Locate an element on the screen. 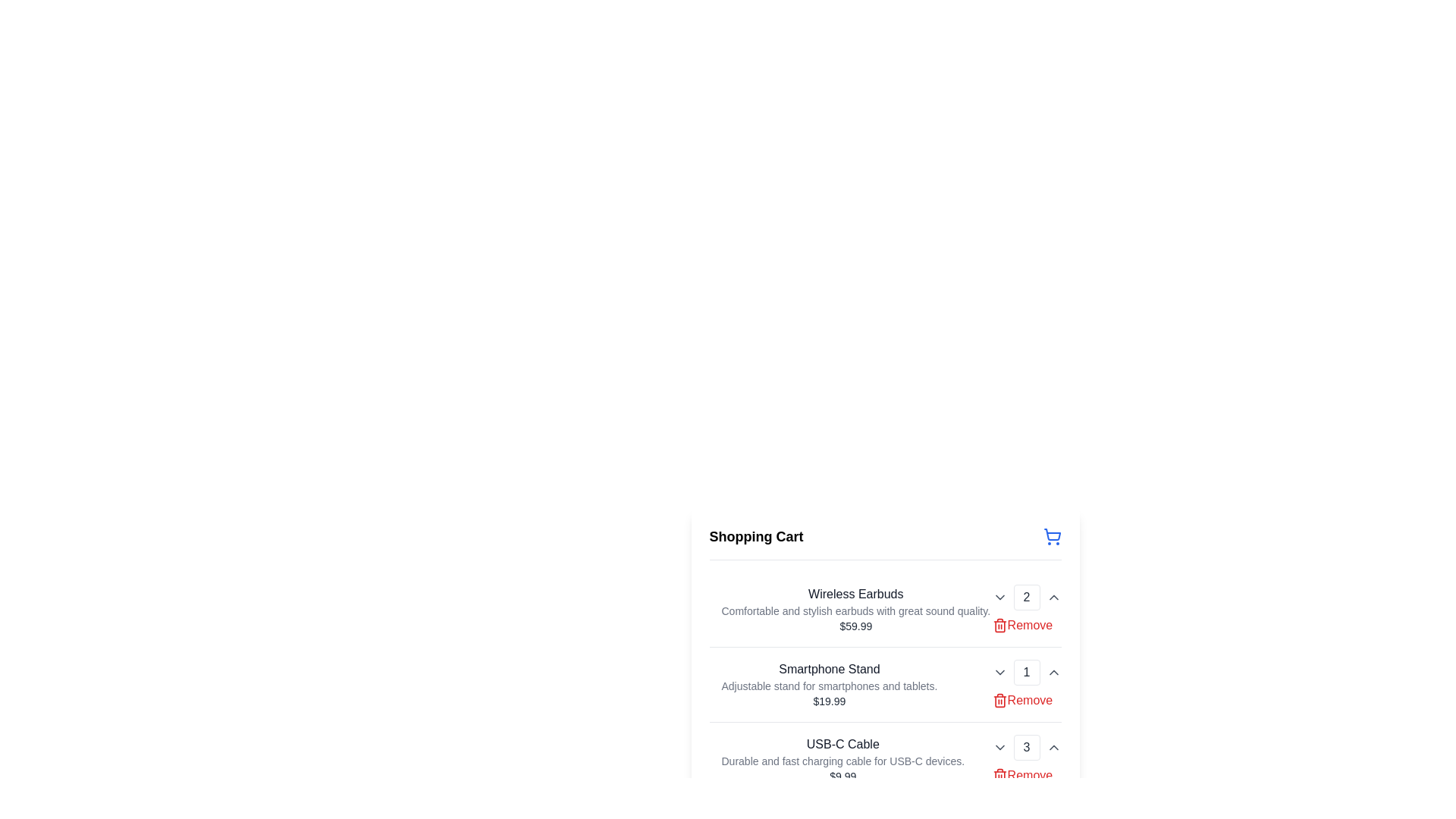 The width and height of the screenshot is (1456, 819). the 'Remove' button associated with the 'Smartphone Stand' in the cart list is located at coordinates (1022, 701).